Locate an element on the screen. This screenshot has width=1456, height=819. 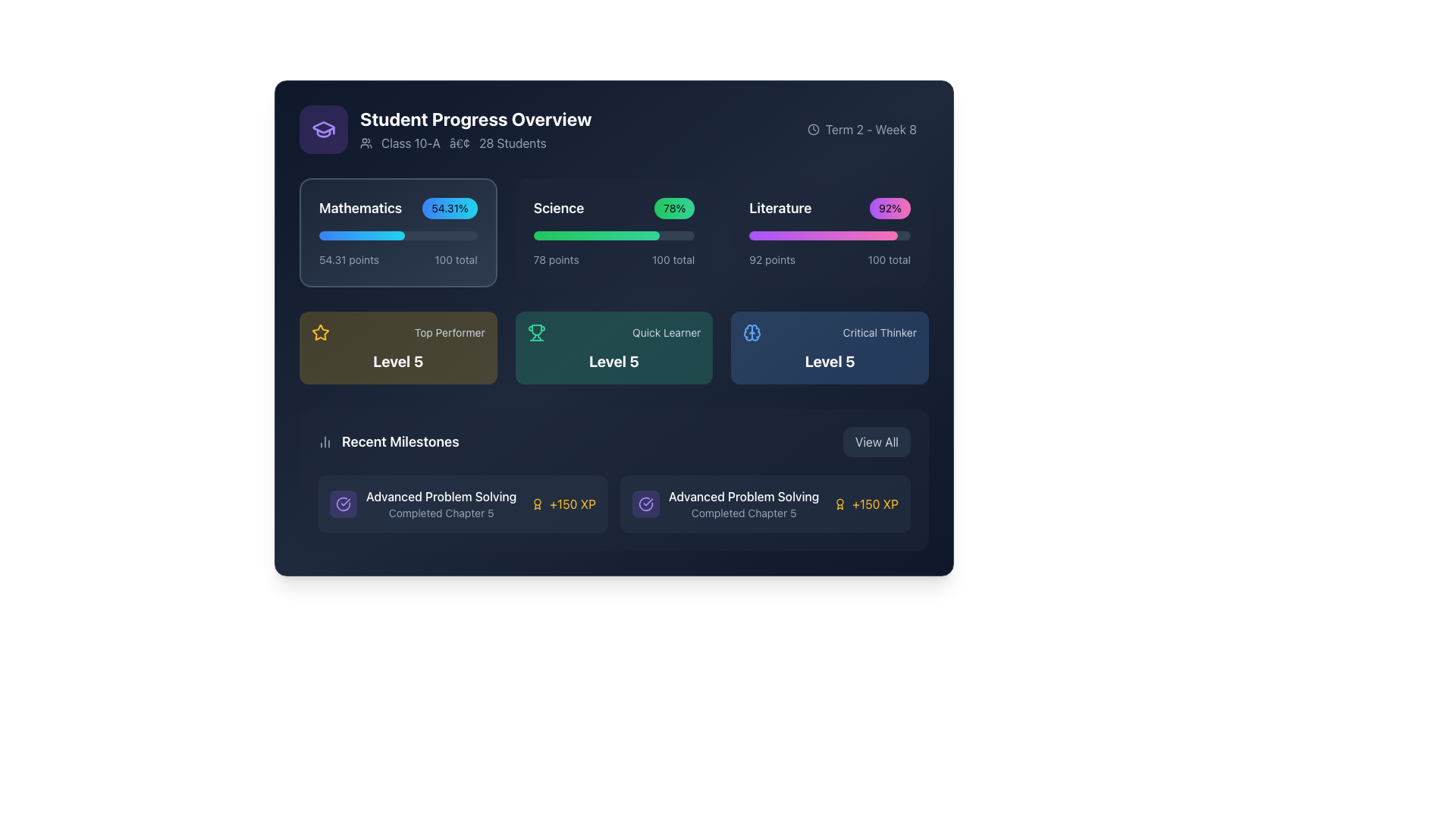
the Achievement card titled 'Advanced Problem Solving' which is located in the Recent Milestones section at the bottom-left corner of the interface is located at coordinates (462, 504).